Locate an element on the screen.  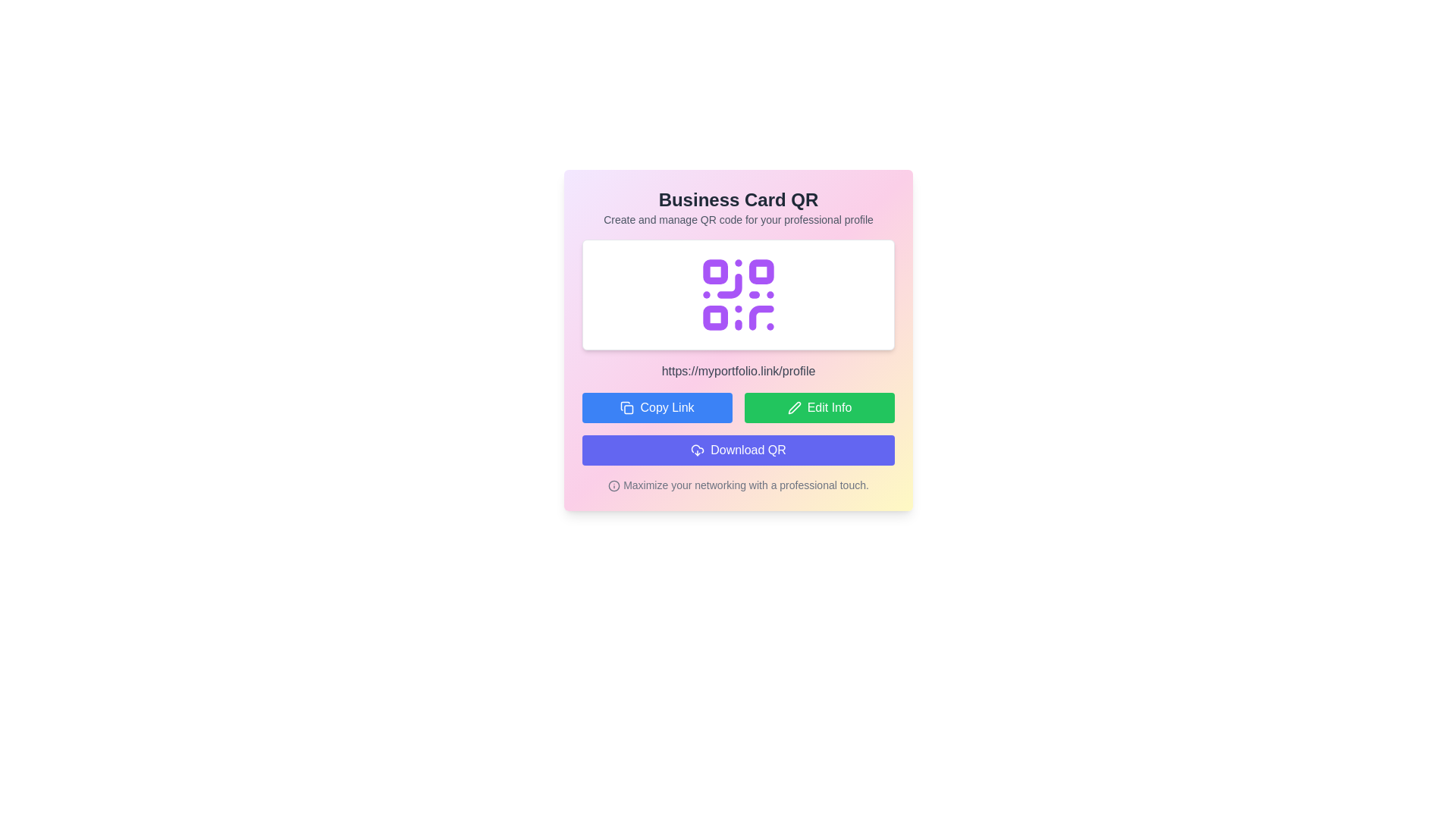
the 'Download QR' button by clicking on the download icon located on the left side of the button is located at coordinates (697, 450).